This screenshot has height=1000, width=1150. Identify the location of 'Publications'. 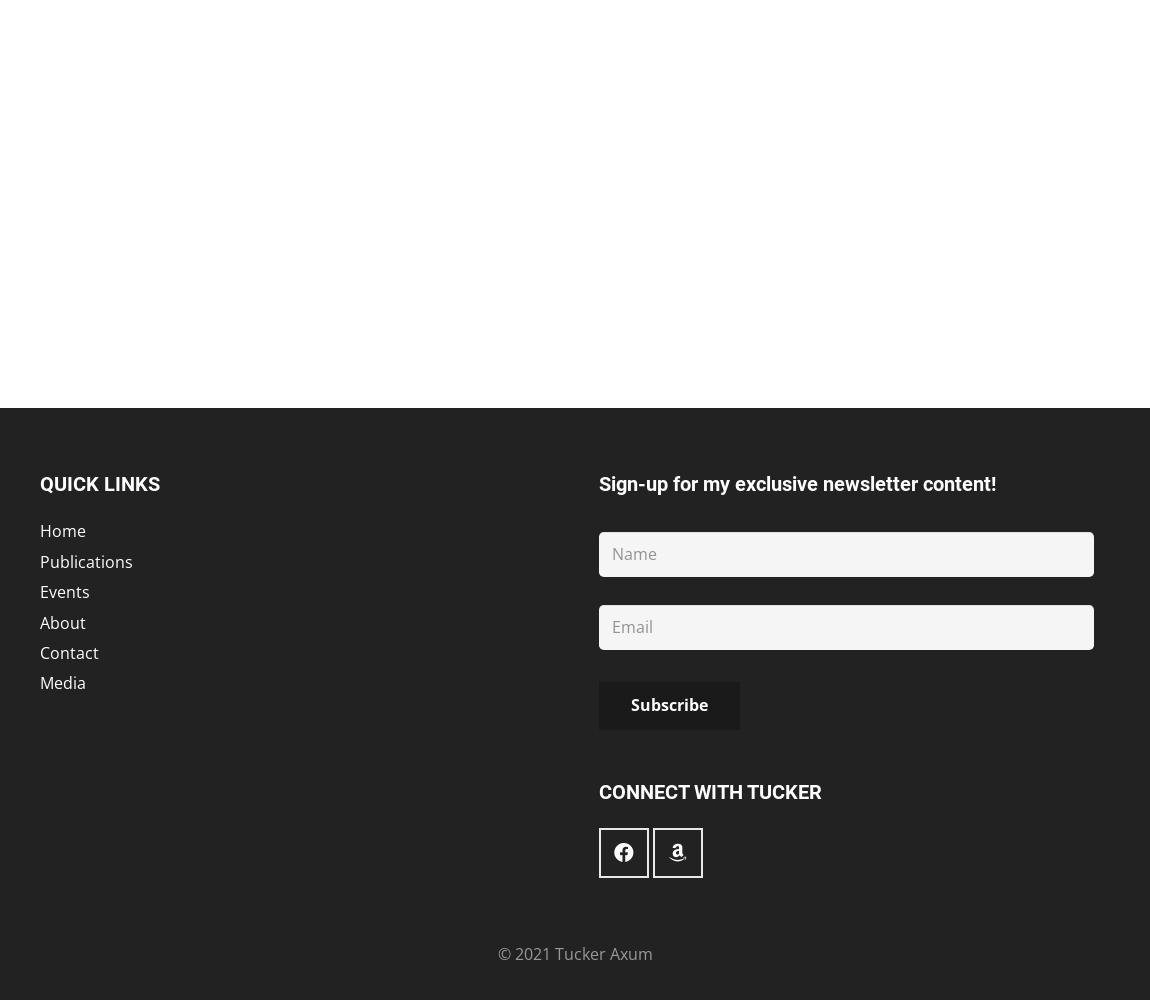
(85, 561).